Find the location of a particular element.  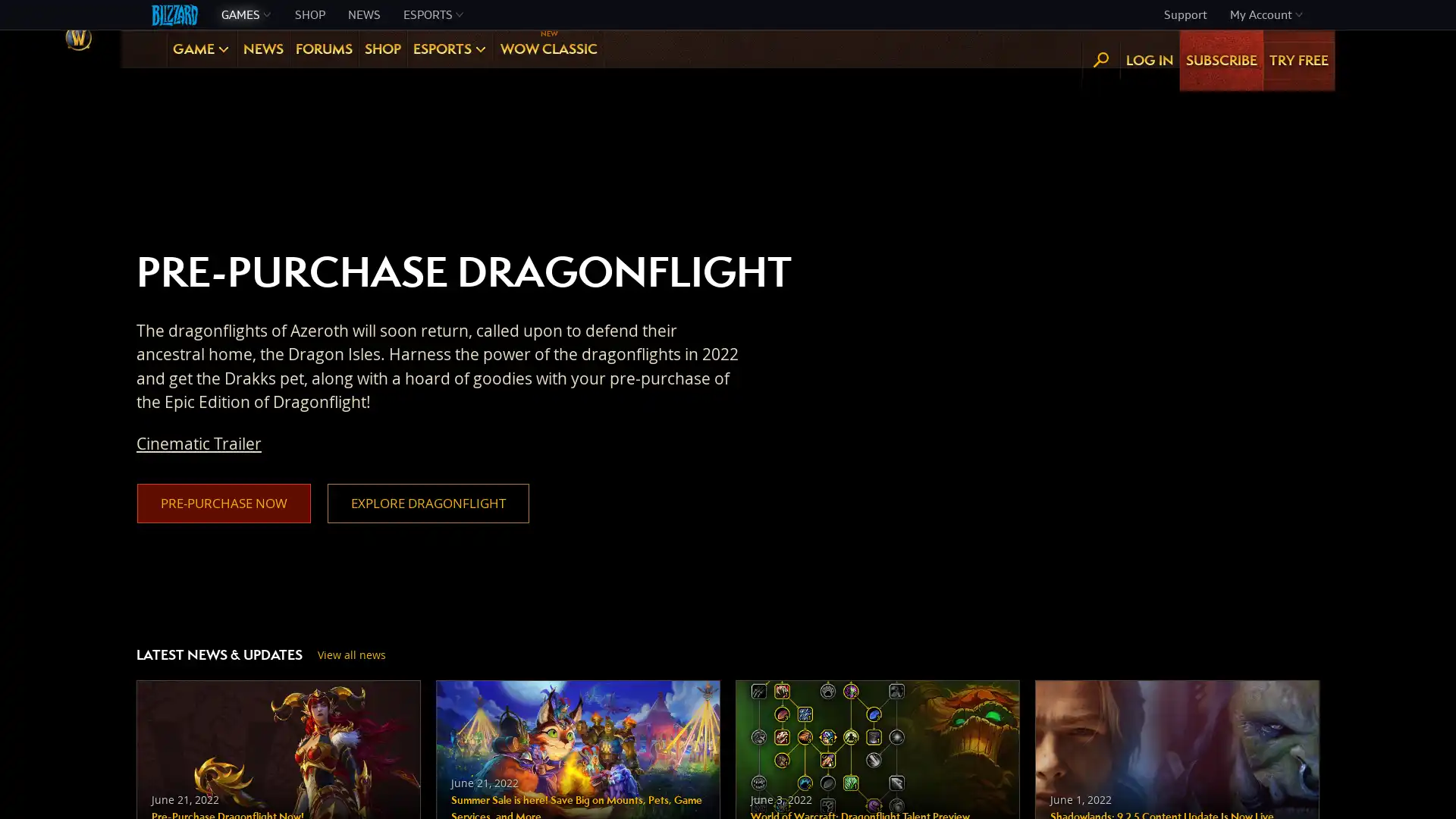

Cinematic Trailer is located at coordinates (198, 443).